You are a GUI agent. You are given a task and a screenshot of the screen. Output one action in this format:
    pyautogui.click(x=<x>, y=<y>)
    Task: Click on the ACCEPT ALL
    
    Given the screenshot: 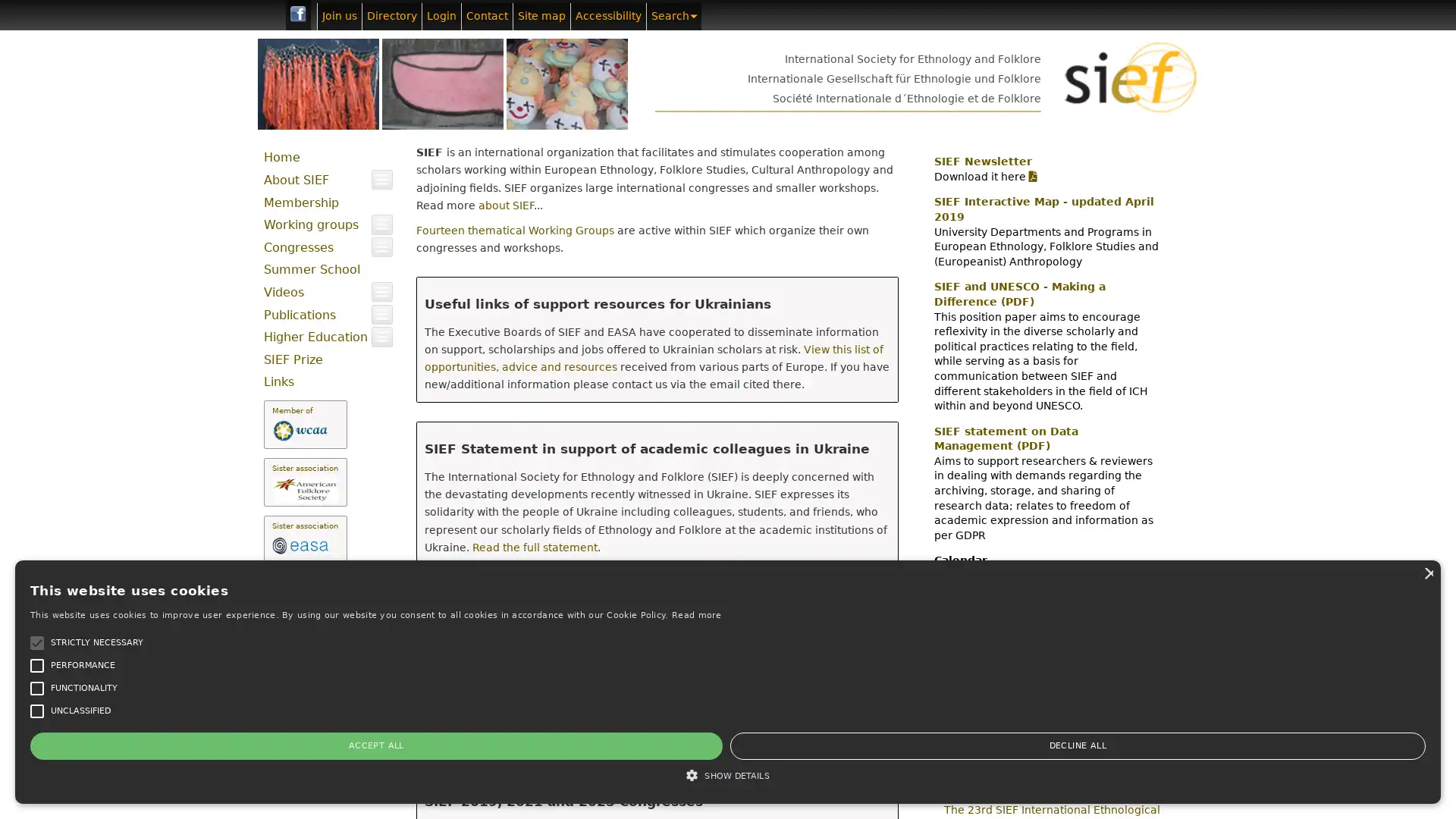 What is the action you would take?
    pyautogui.click(x=75, y=745)
    